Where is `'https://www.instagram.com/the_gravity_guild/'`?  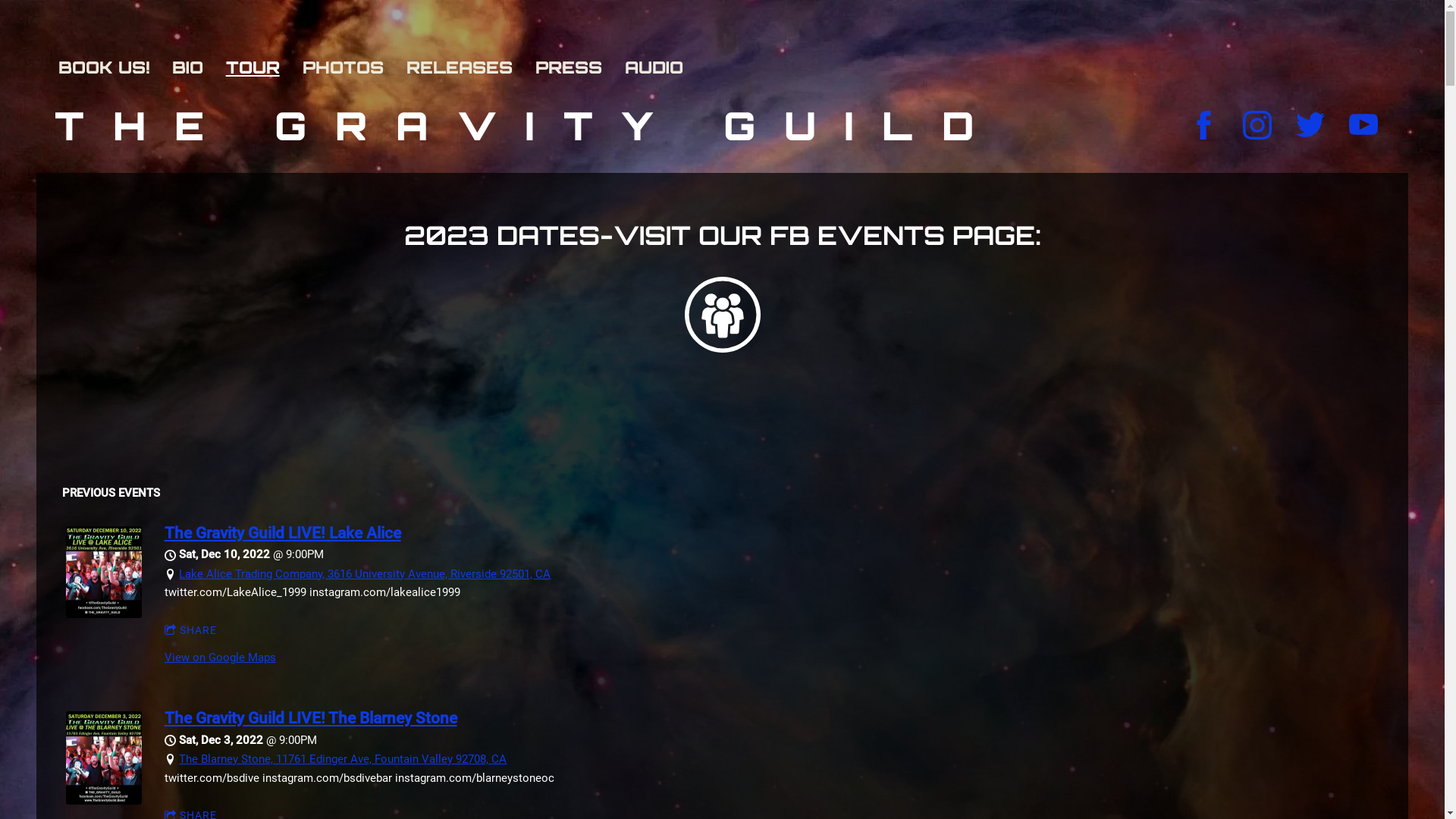 'https://www.instagram.com/the_gravity_guild/' is located at coordinates (1257, 124).